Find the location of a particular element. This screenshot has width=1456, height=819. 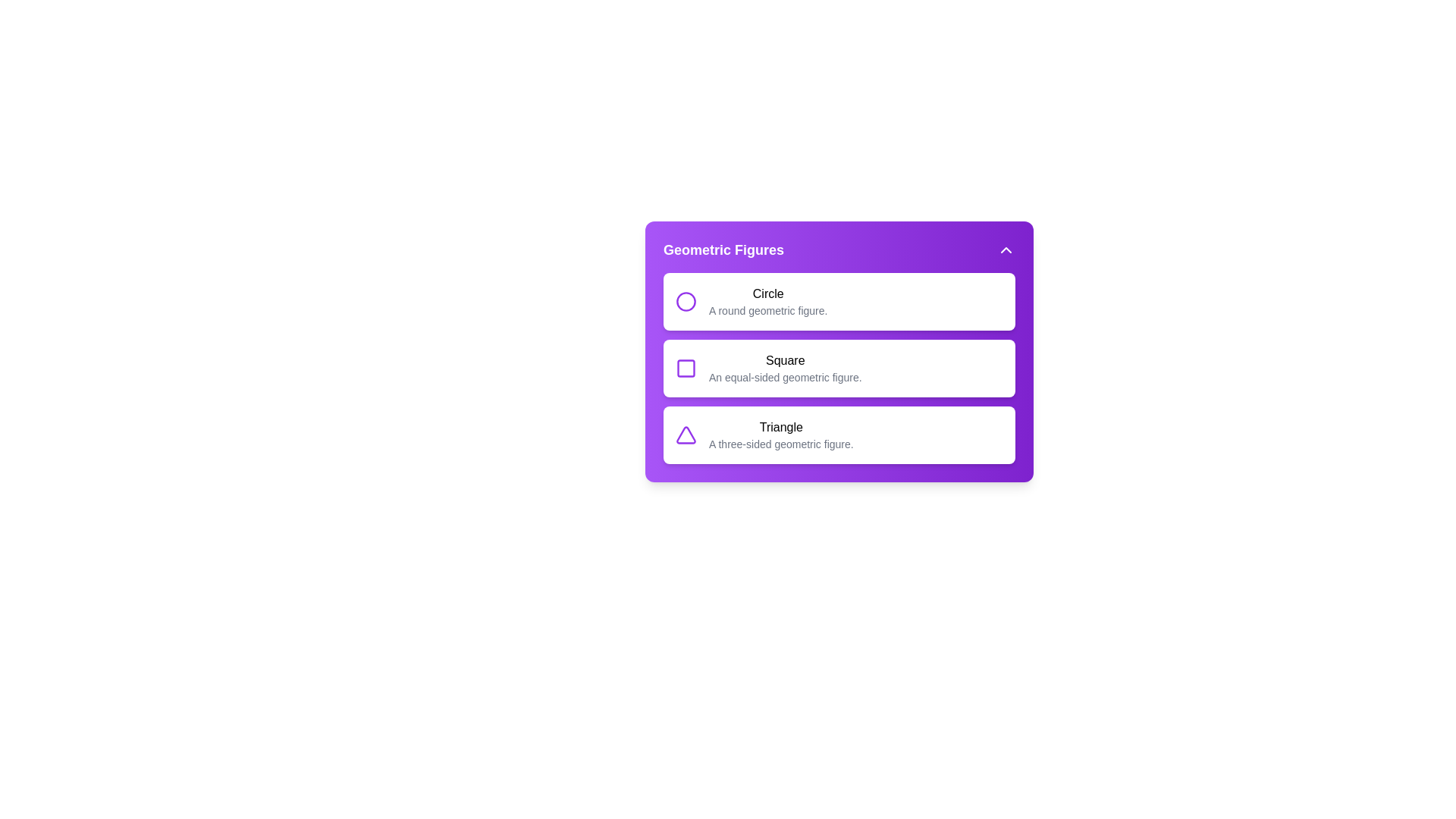

the Square item in the geometric menu is located at coordinates (785, 369).